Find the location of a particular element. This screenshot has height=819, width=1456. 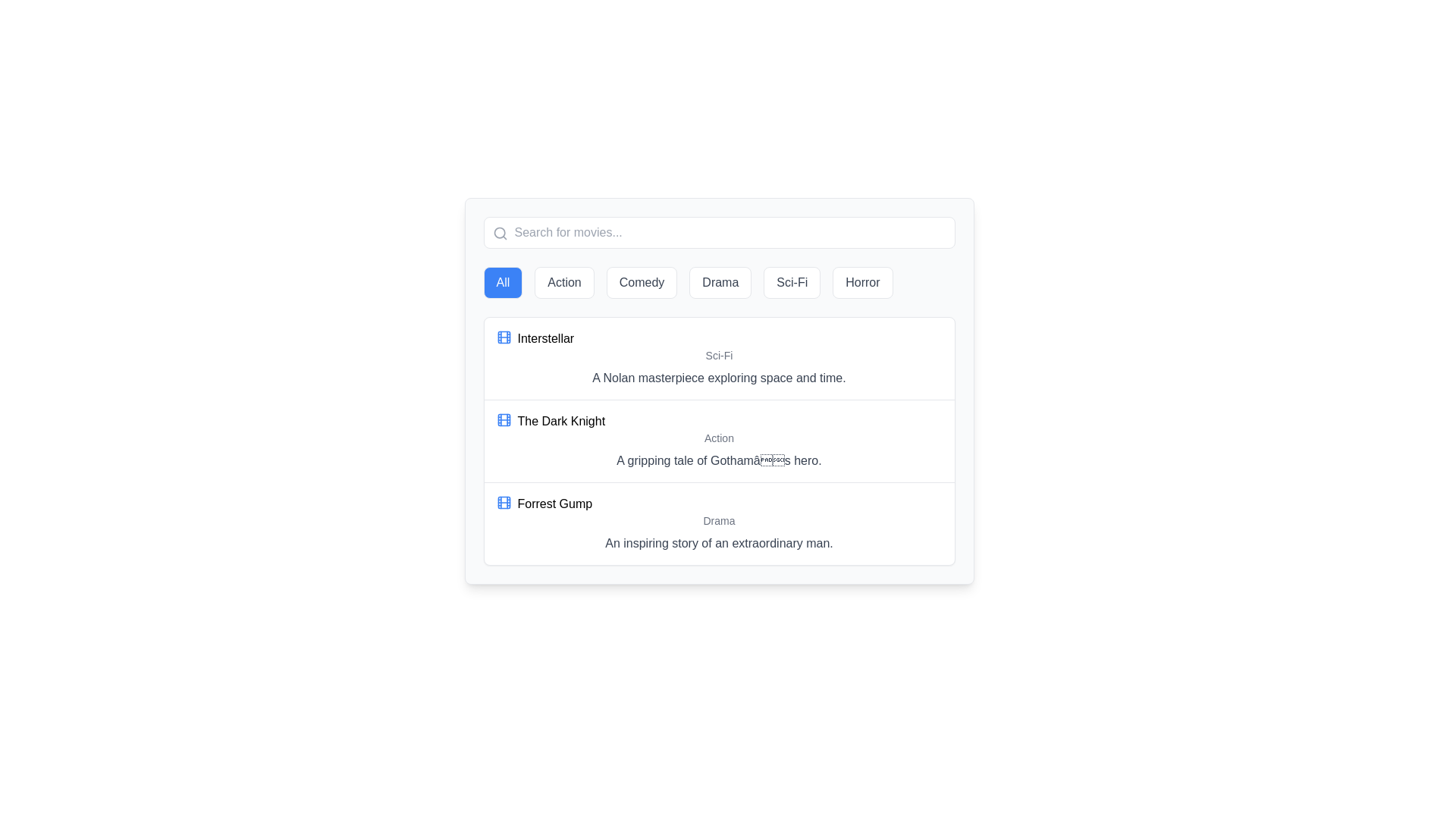

the 'Action' category button, which is the second button in a horizontal row of category buttons, located between the 'All' and 'Comedy' buttons in the navigation bar is located at coordinates (563, 283).